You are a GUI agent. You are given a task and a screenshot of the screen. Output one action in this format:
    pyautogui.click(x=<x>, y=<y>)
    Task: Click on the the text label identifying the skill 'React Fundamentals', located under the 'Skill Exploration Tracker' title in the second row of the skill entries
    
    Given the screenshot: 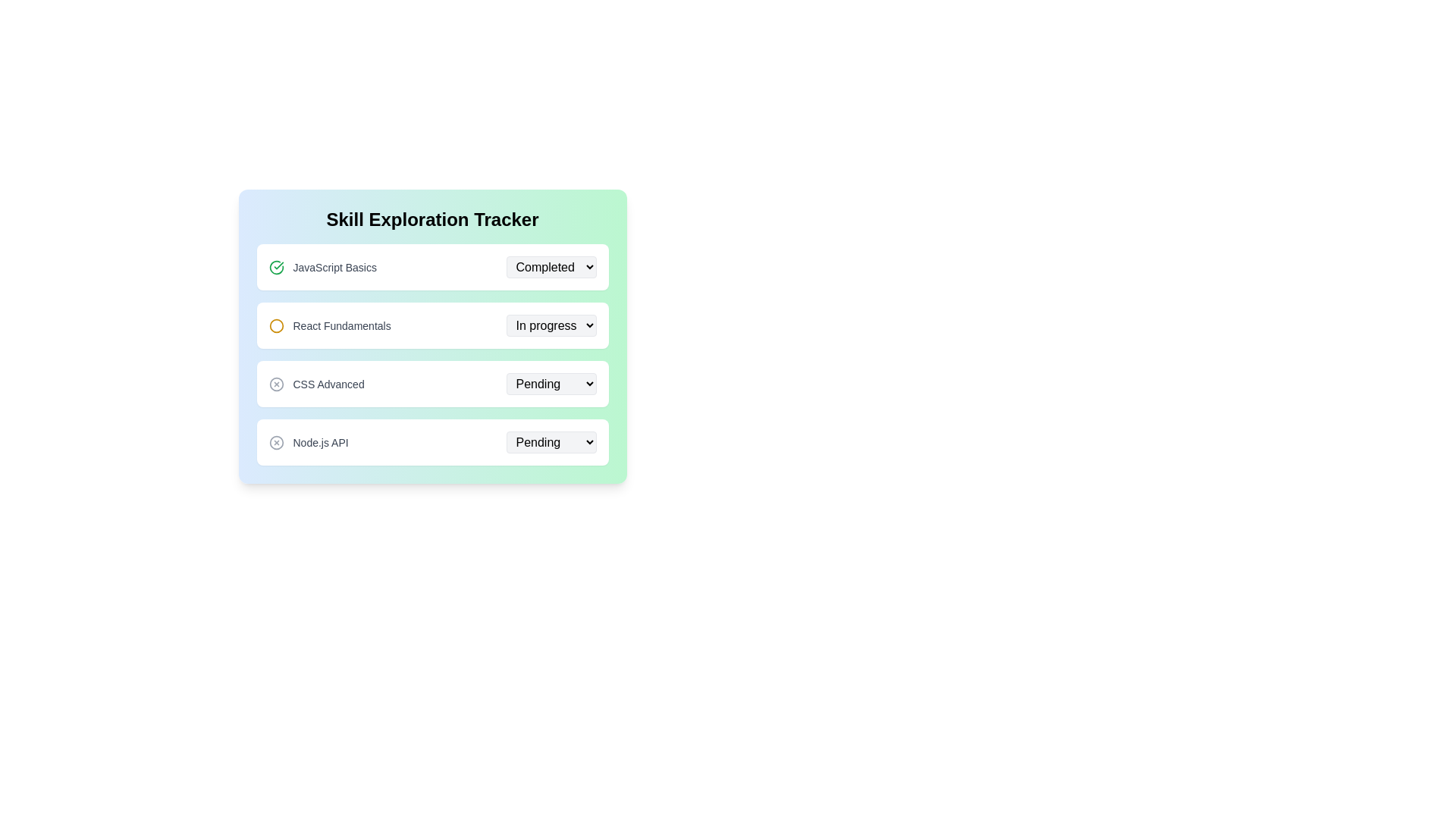 What is the action you would take?
    pyautogui.click(x=329, y=325)
    